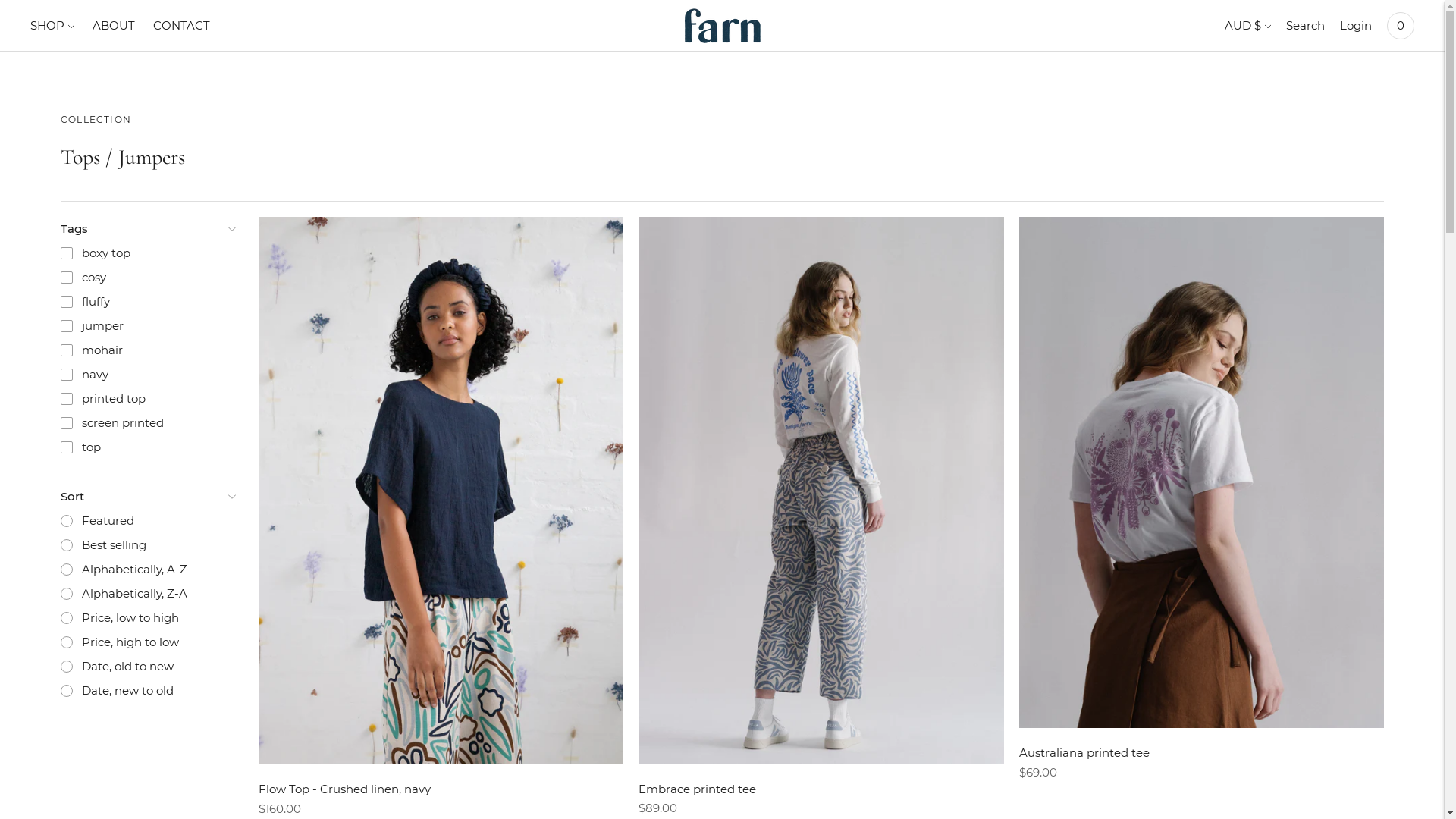 This screenshot has height=819, width=1456. What do you see at coordinates (1400, 26) in the screenshot?
I see `'0'` at bounding box center [1400, 26].